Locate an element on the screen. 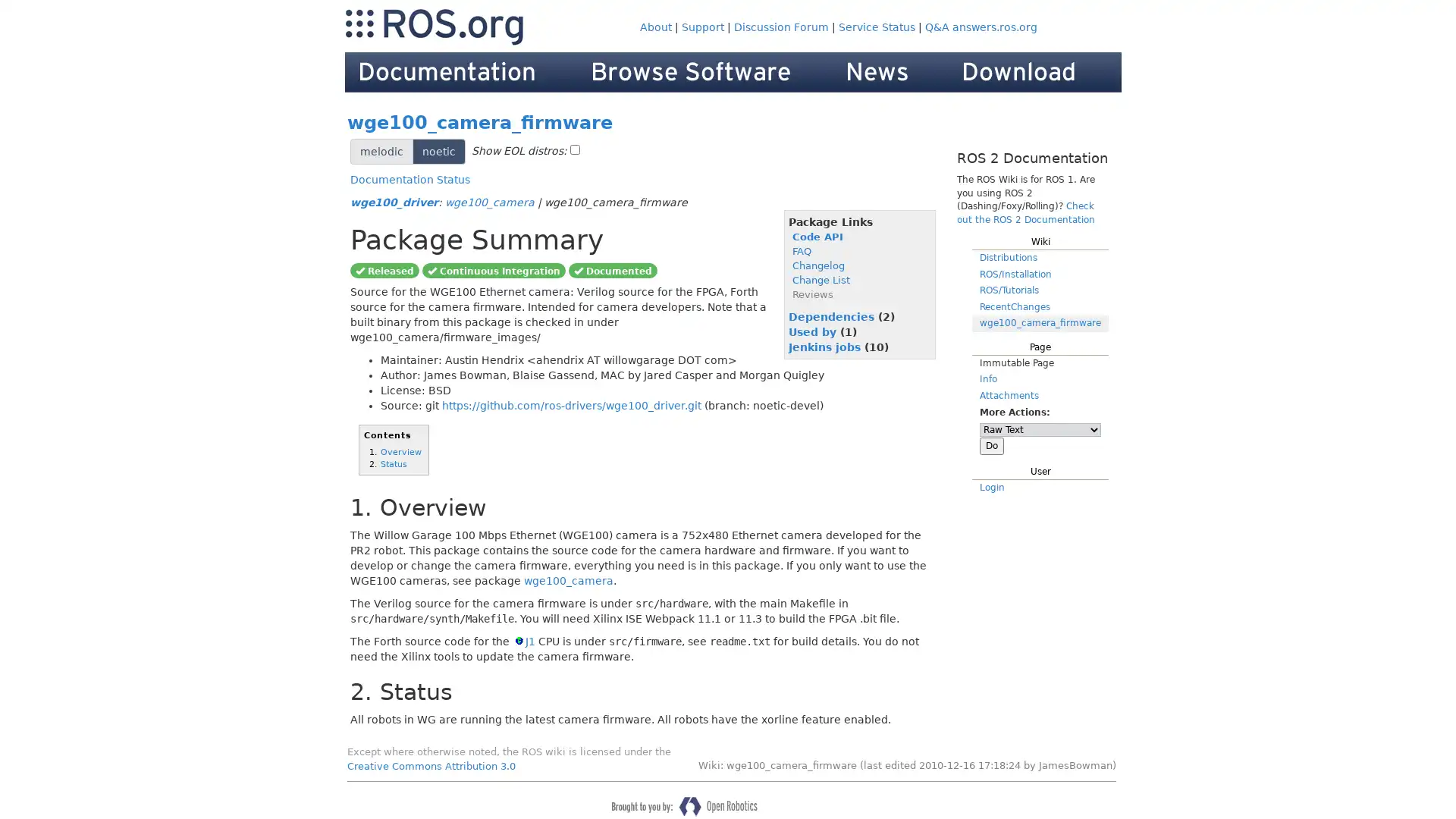 The height and width of the screenshot is (819, 1456). noetic is located at coordinates (438, 152).